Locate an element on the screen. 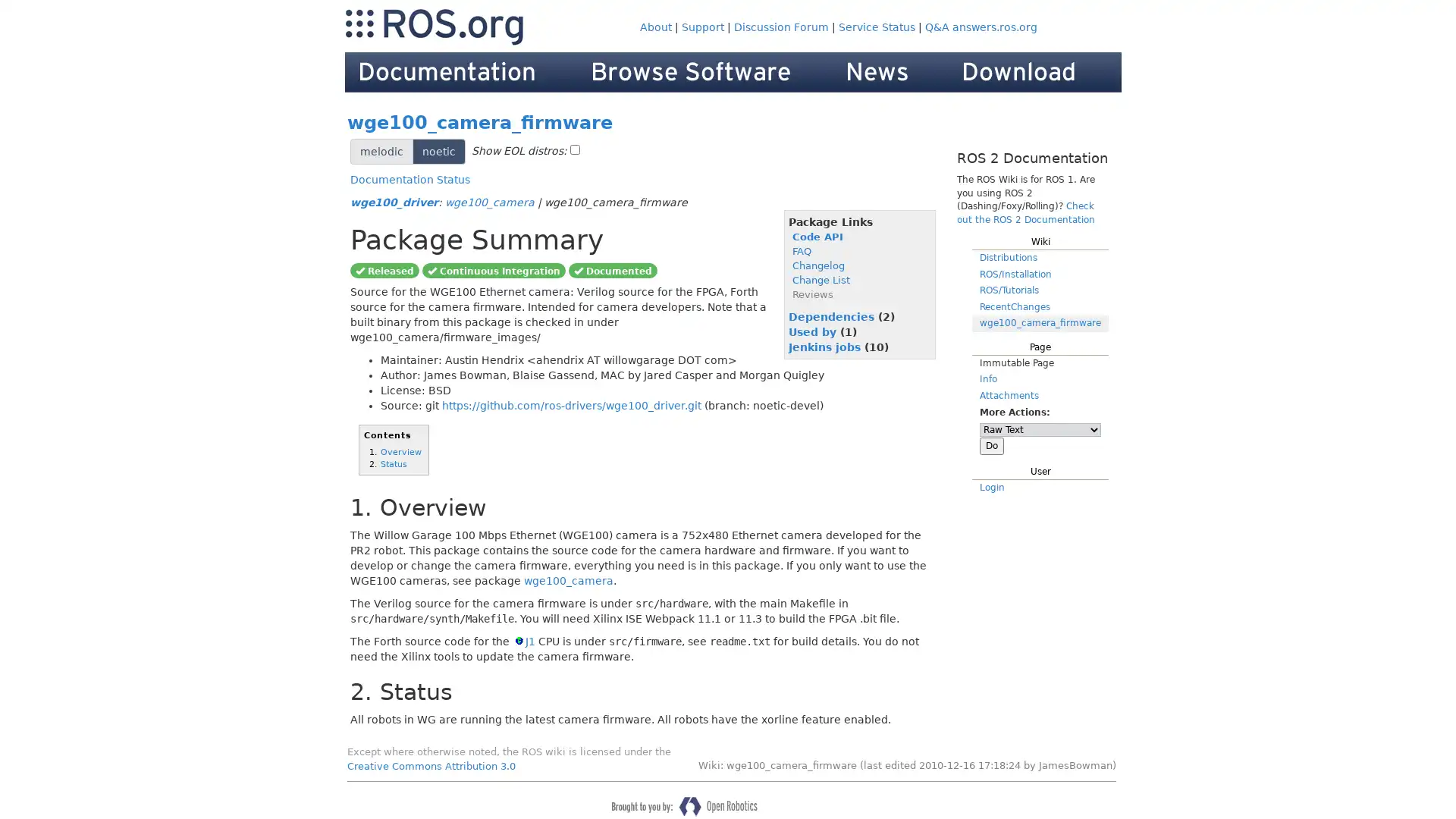 The height and width of the screenshot is (819, 1456). noetic is located at coordinates (438, 152).